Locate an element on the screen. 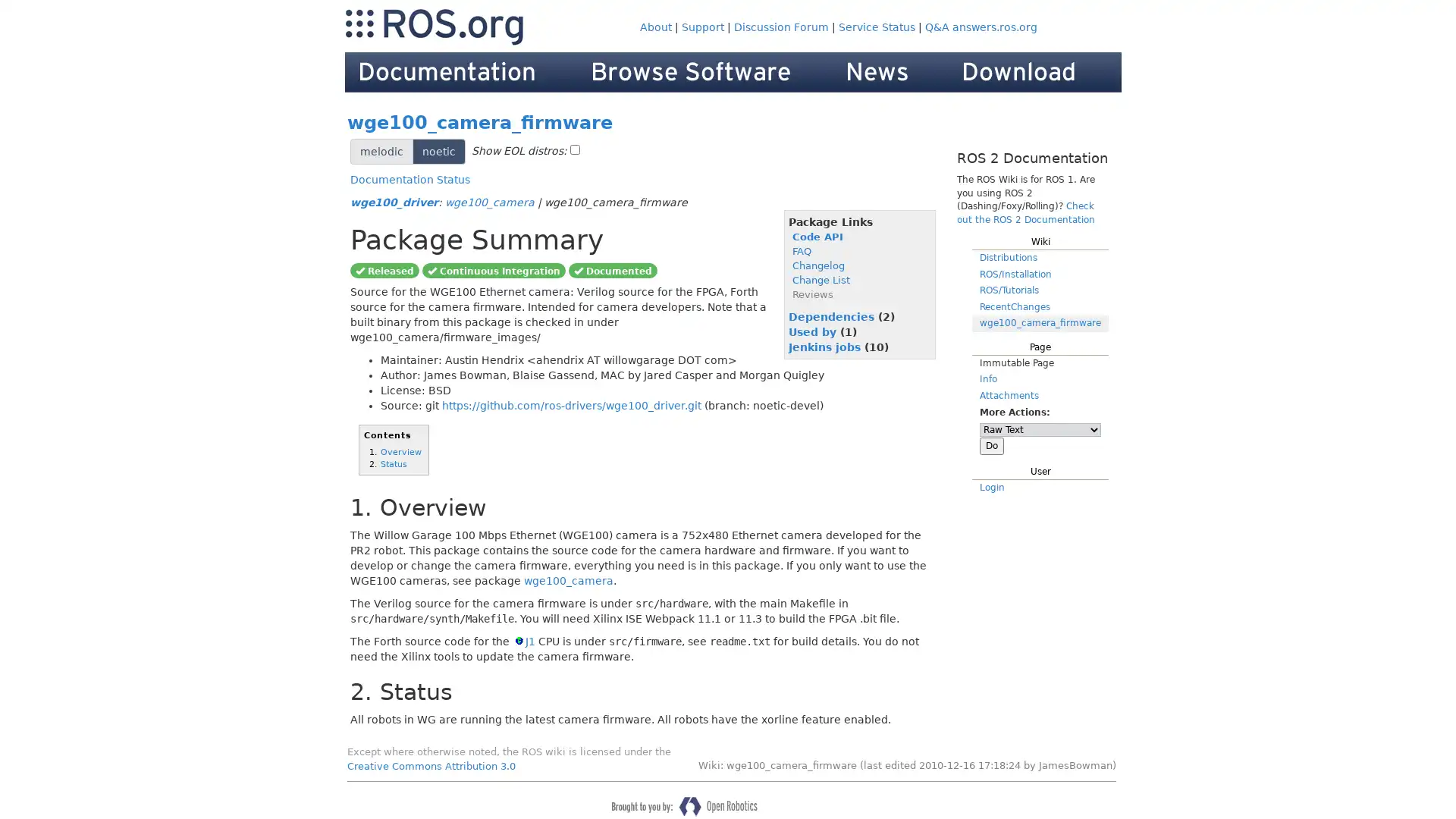 The height and width of the screenshot is (819, 1456). noetic is located at coordinates (438, 152).